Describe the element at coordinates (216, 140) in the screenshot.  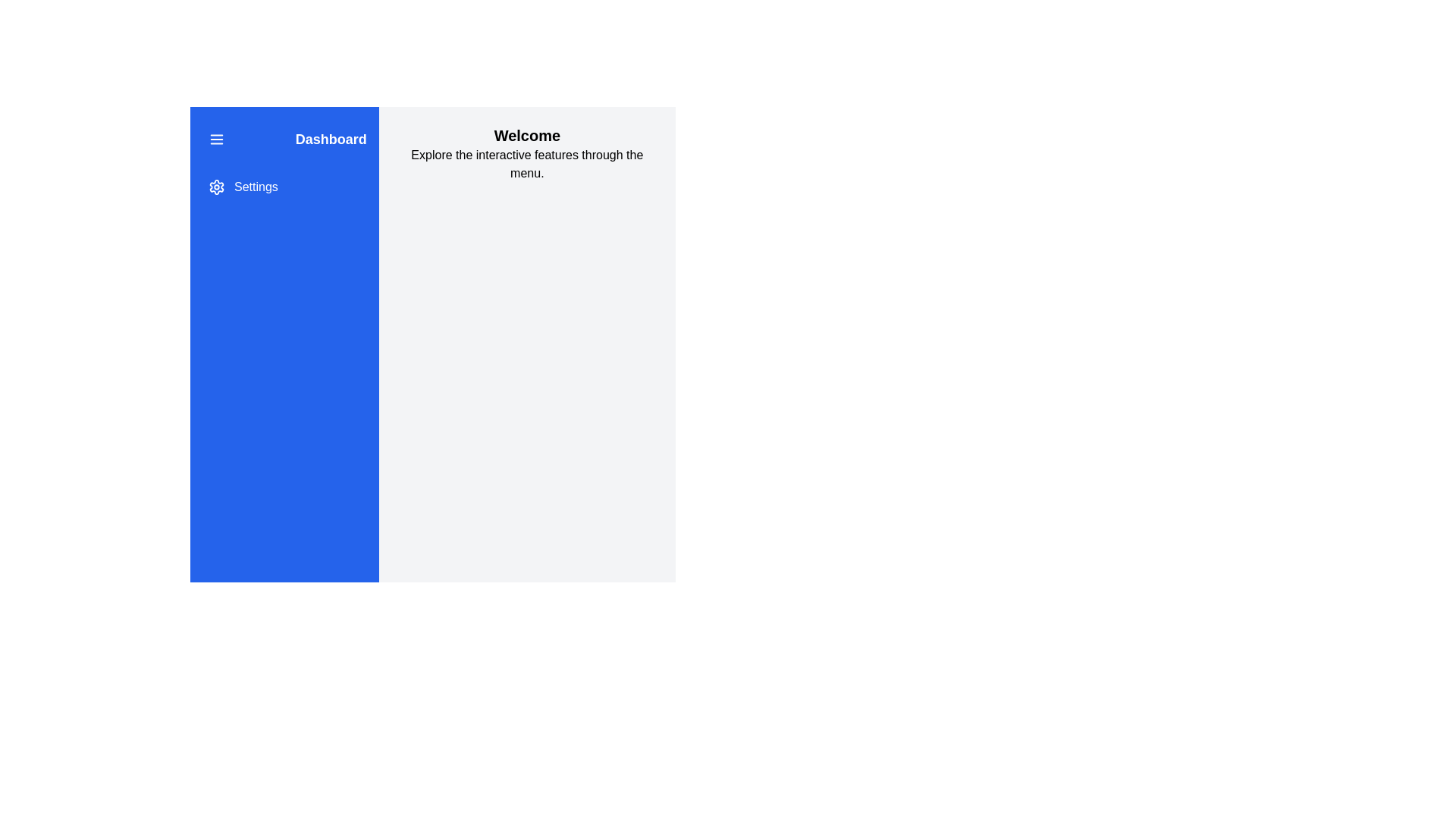
I see `the button with a three-horizontal-line icon located` at that location.